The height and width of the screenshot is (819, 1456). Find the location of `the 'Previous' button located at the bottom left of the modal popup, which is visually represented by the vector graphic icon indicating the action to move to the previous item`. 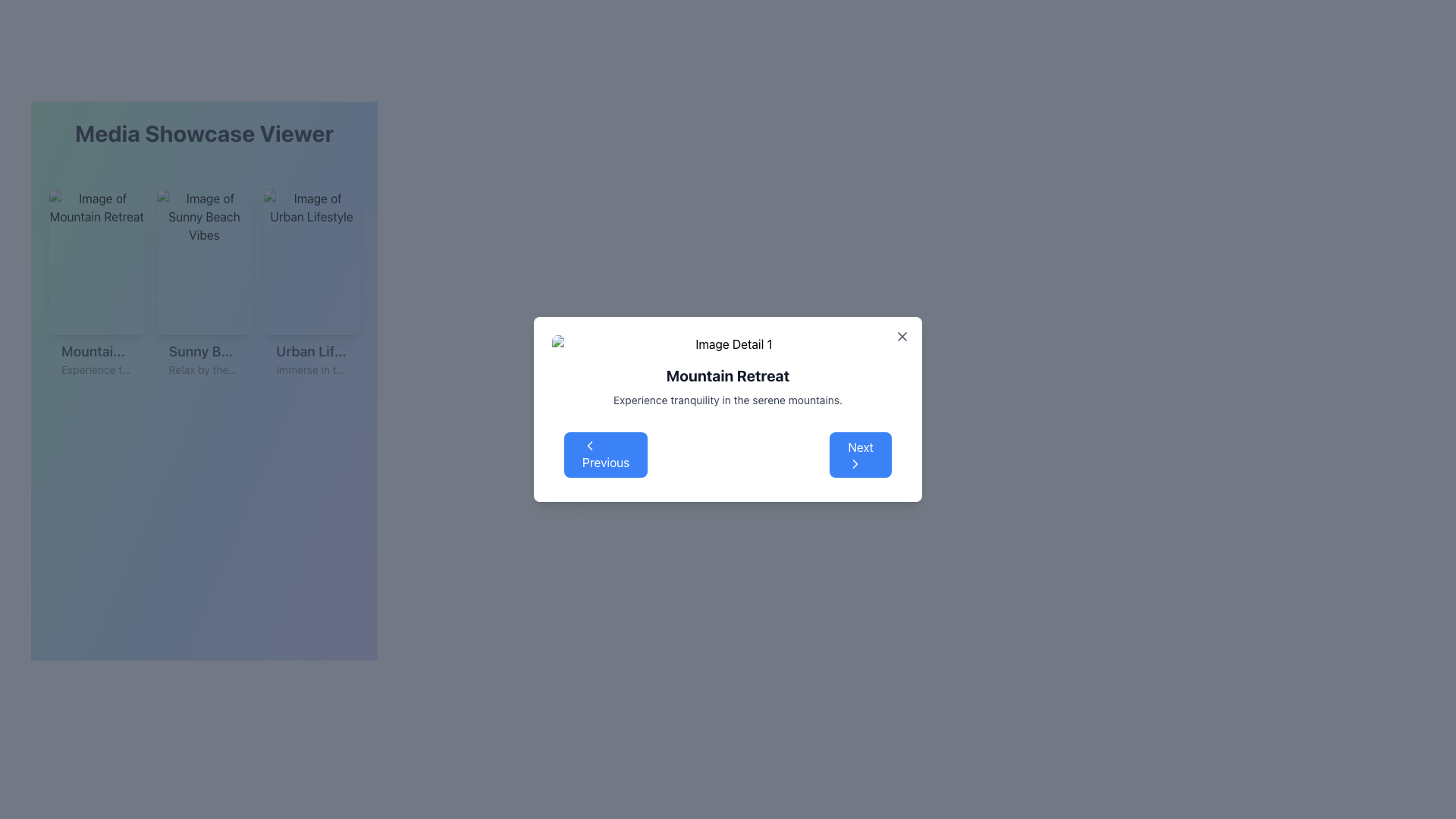

the 'Previous' button located at the bottom left of the modal popup, which is visually represented by the vector graphic icon indicating the action to move to the previous item is located at coordinates (588, 444).